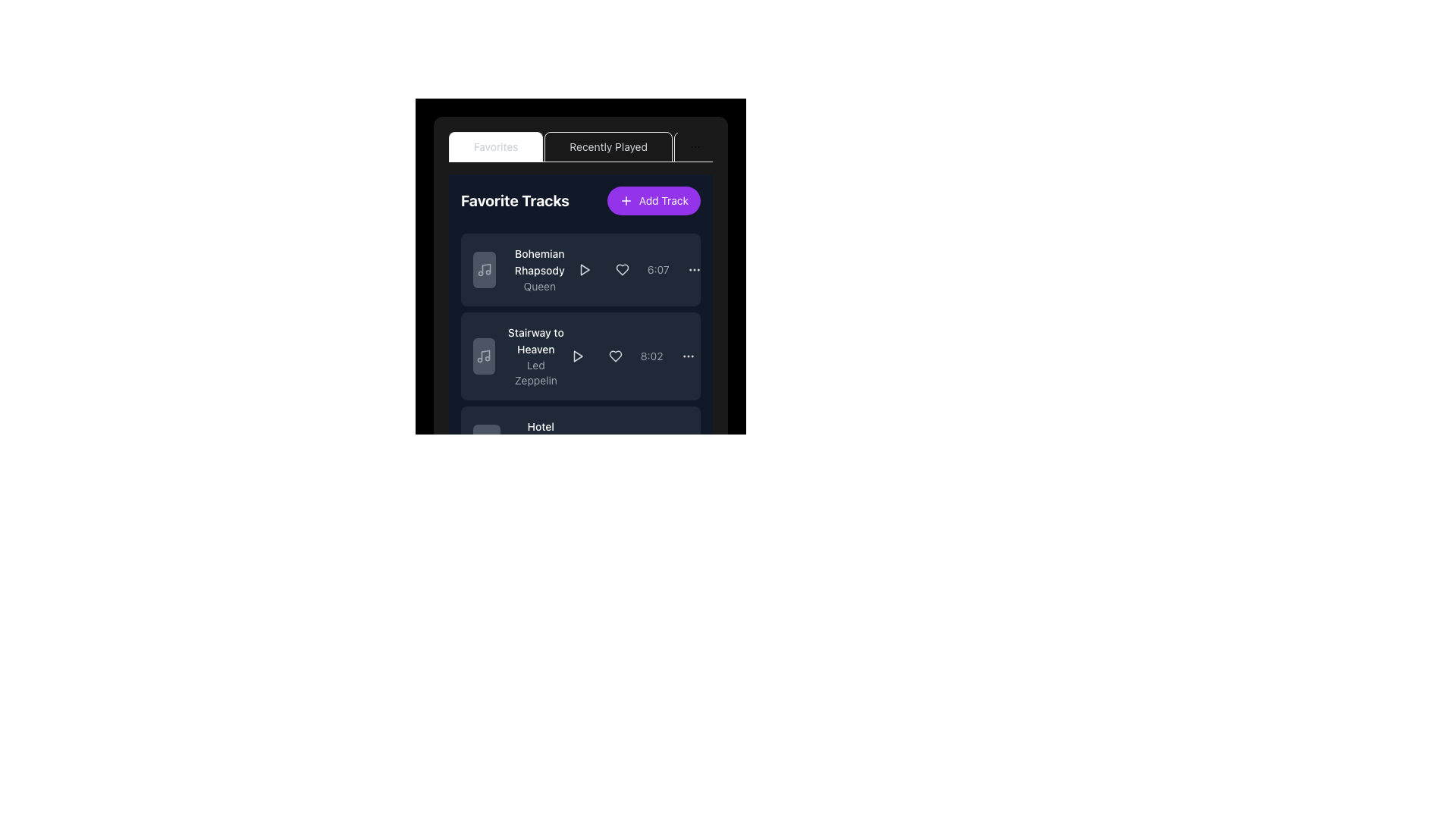 The height and width of the screenshot is (819, 1456). What do you see at coordinates (580, 314) in the screenshot?
I see `the second song card titled 'Stairway to Heaven' in the Favorites tab` at bounding box center [580, 314].